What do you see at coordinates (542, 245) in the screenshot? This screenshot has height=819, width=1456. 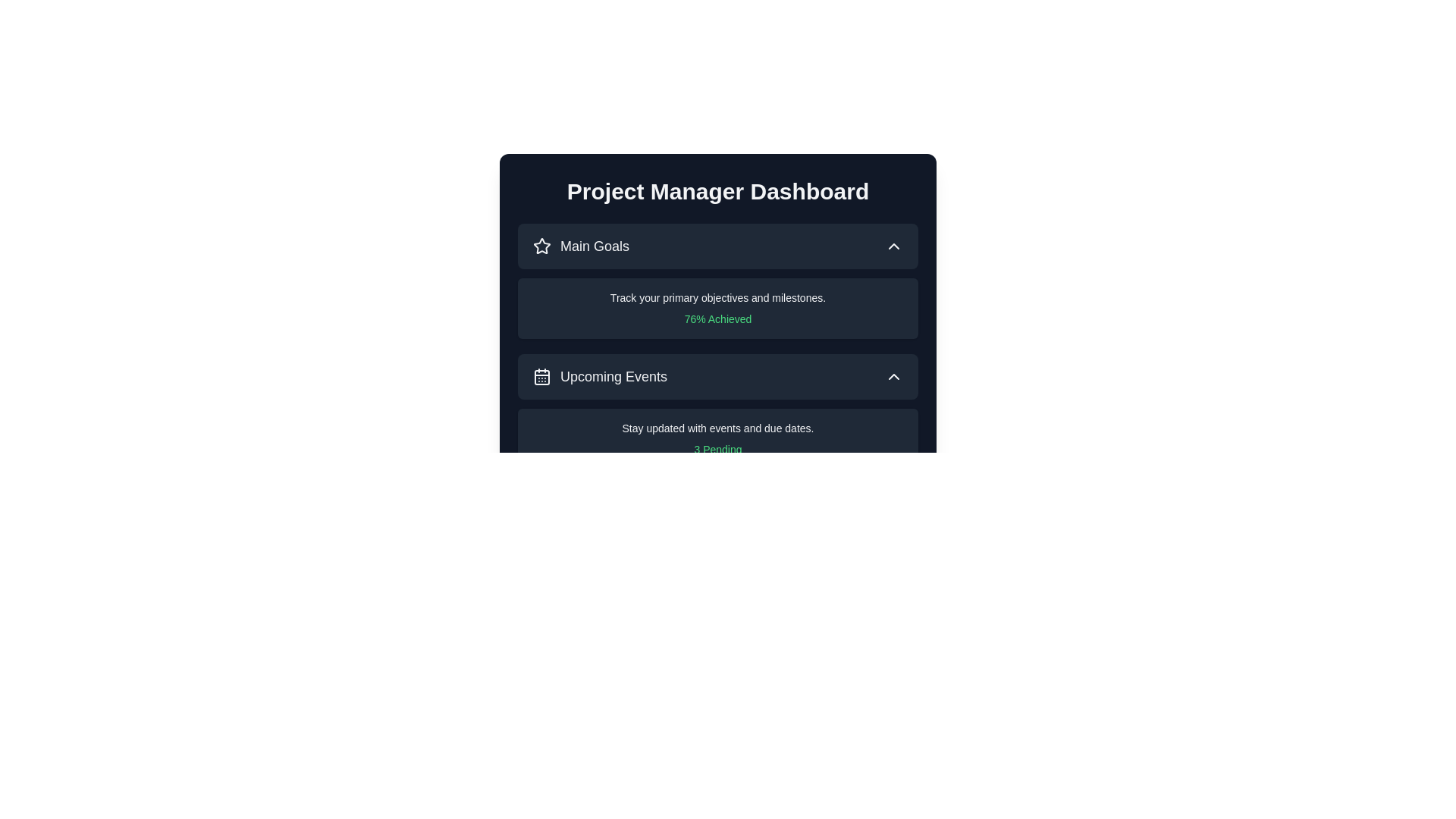 I see `the icon associated with Main Goals` at bounding box center [542, 245].